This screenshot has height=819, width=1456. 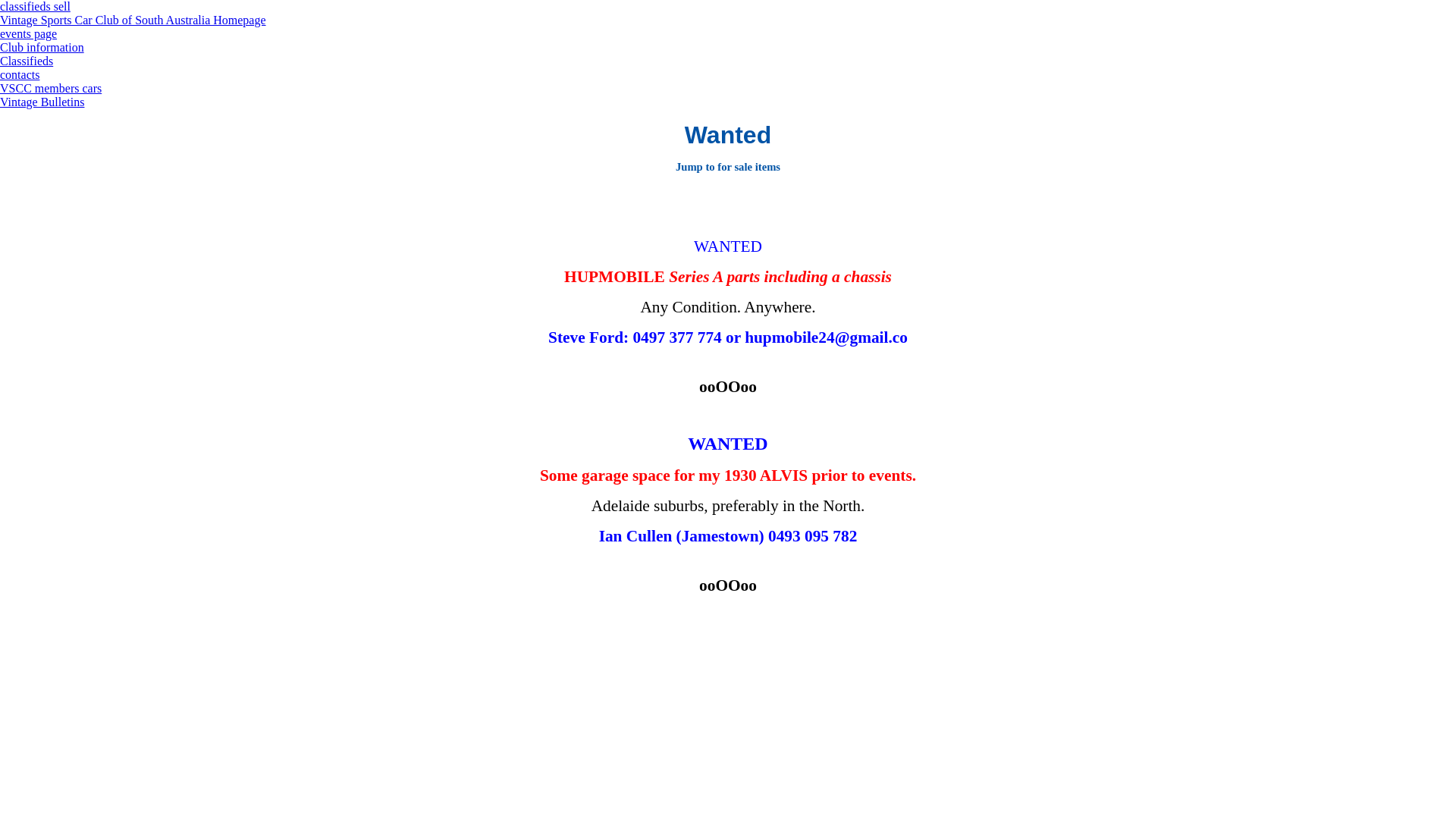 What do you see at coordinates (0, 60) in the screenshot?
I see `'Classifieds'` at bounding box center [0, 60].